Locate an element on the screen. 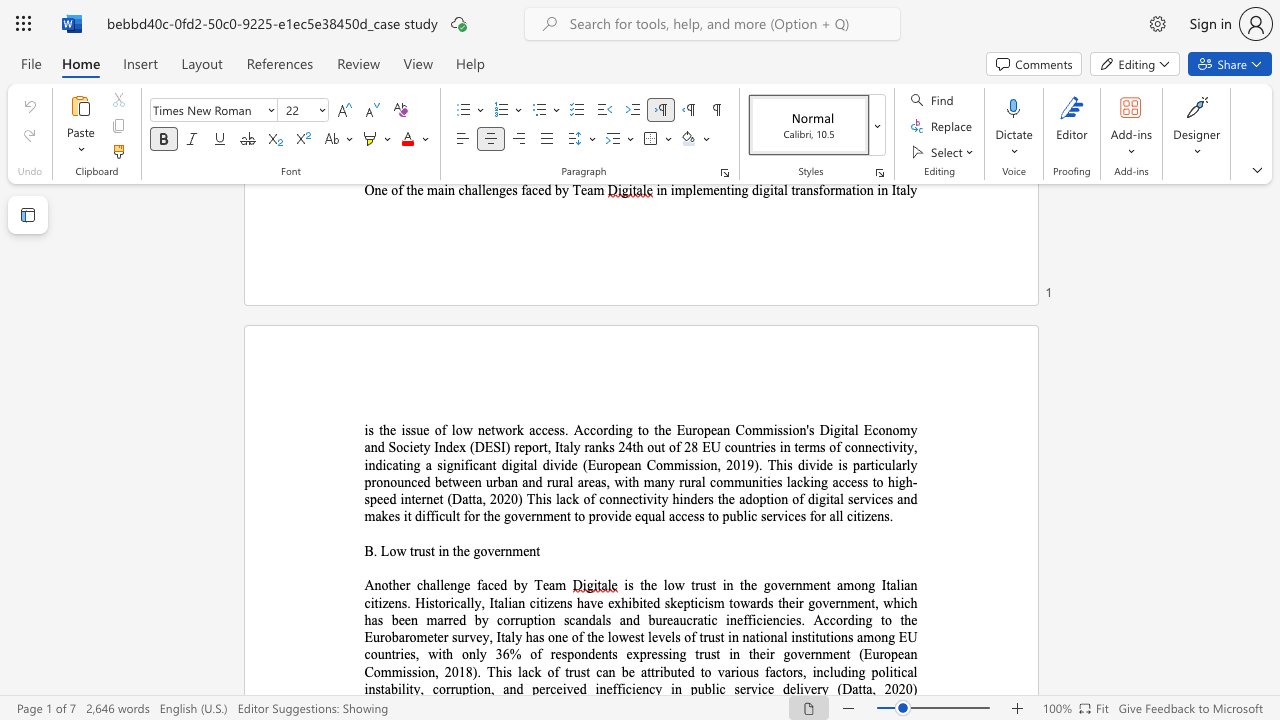 The height and width of the screenshot is (720, 1280). the subset text "buted" within the text "tributed to" is located at coordinates (663, 672).